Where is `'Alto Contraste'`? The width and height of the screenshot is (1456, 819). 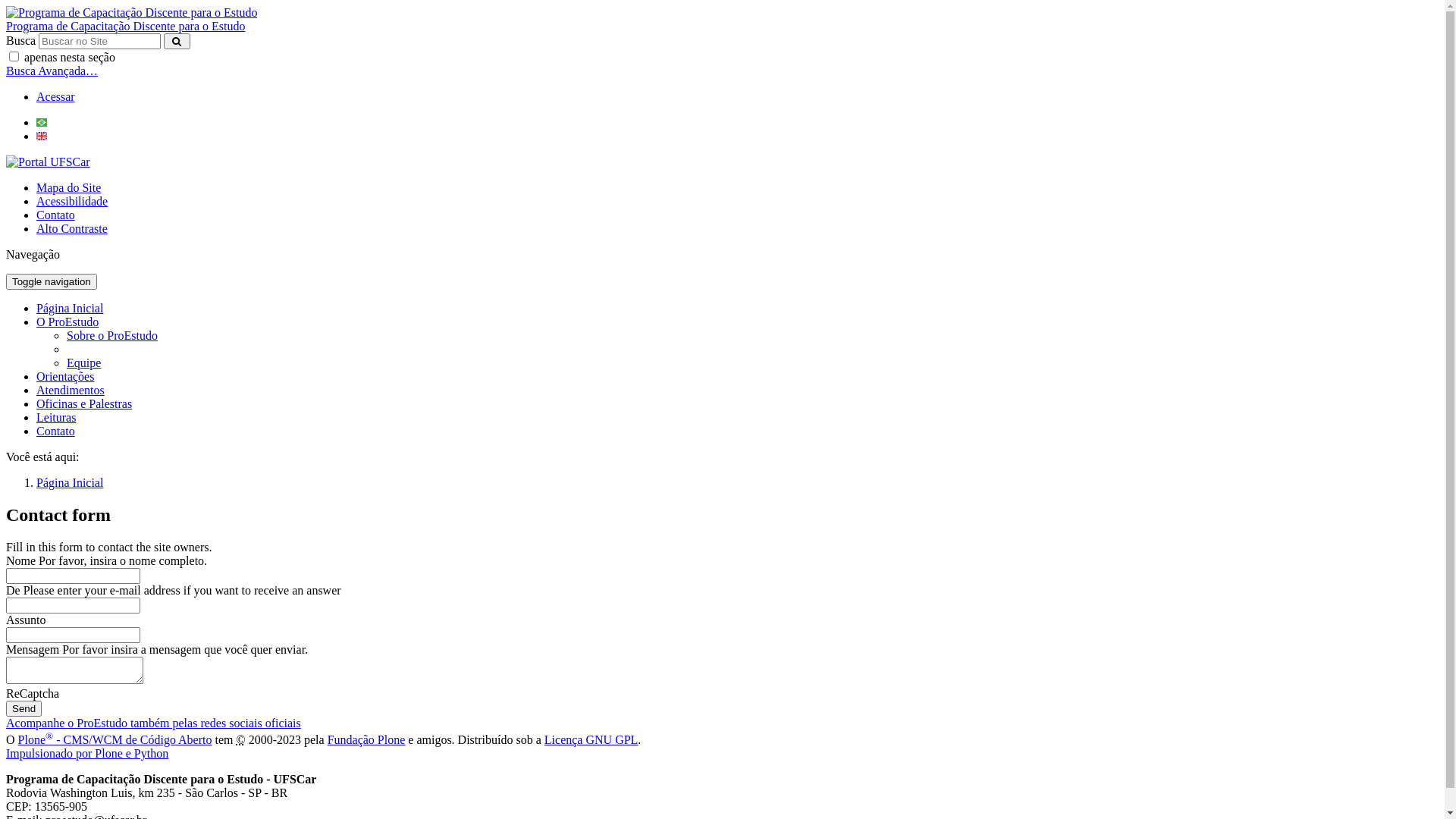
'Alto Contraste' is located at coordinates (71, 228).